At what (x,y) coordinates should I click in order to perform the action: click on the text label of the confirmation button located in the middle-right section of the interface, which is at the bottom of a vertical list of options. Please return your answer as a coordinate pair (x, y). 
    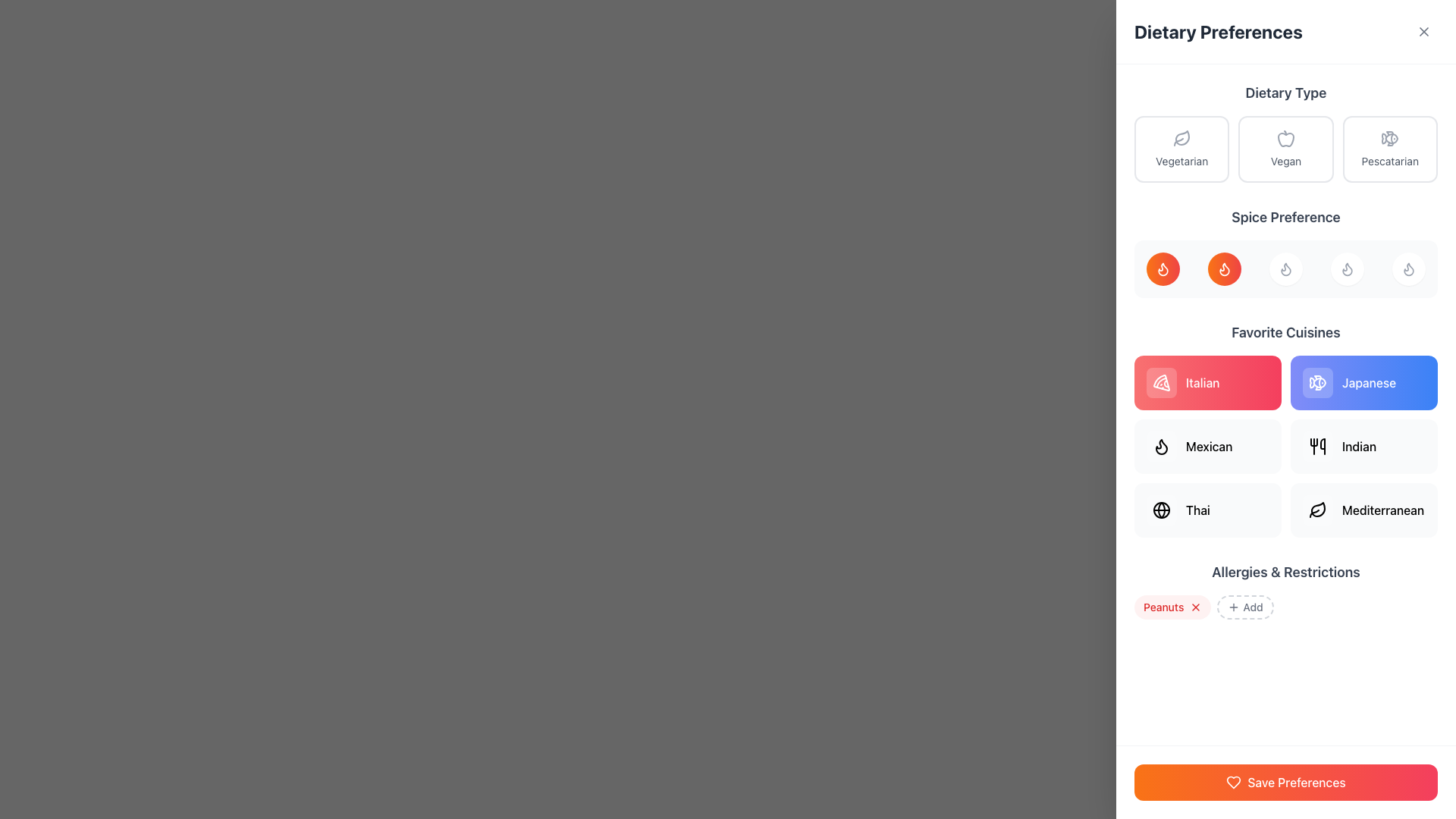
    Looking at the image, I should click on (1295, 783).